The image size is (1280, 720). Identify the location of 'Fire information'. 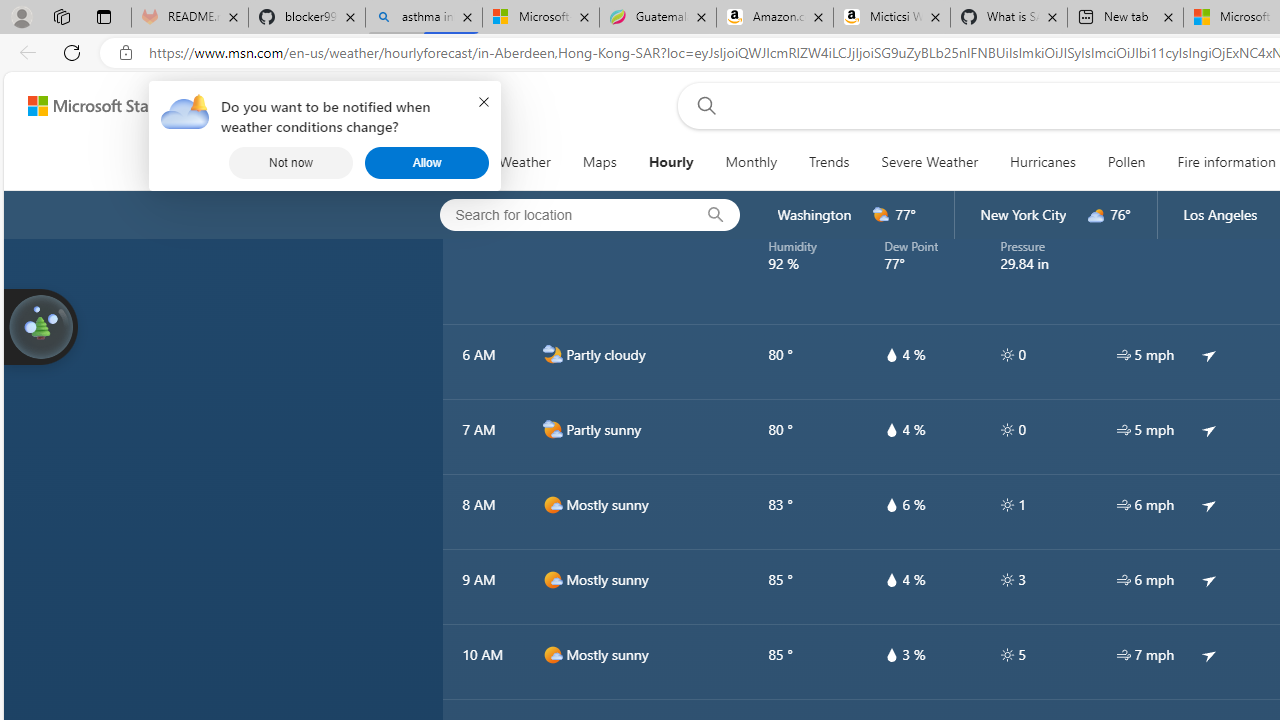
(1225, 162).